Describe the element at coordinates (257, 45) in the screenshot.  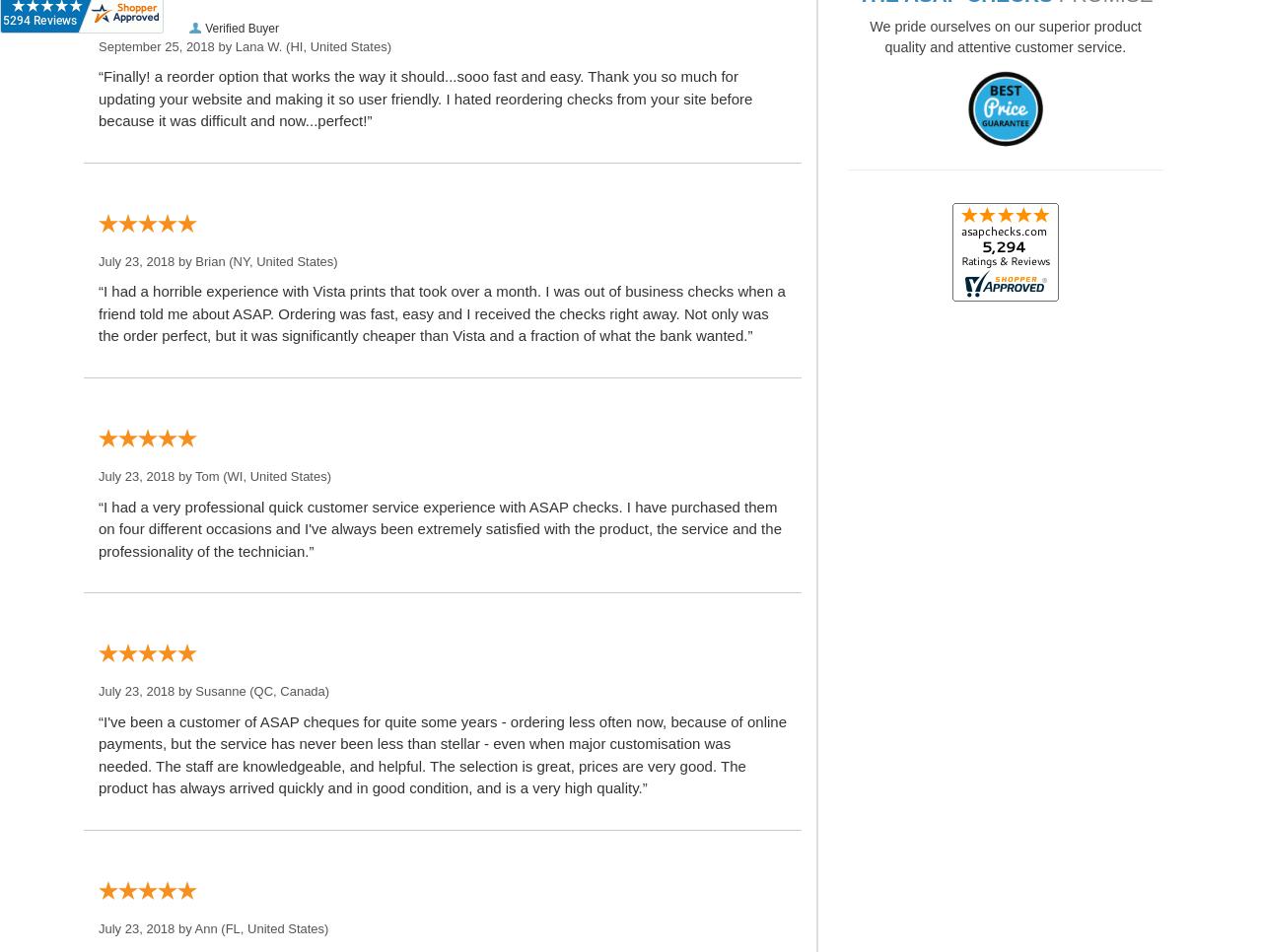
I see `'Lana W.'` at that location.